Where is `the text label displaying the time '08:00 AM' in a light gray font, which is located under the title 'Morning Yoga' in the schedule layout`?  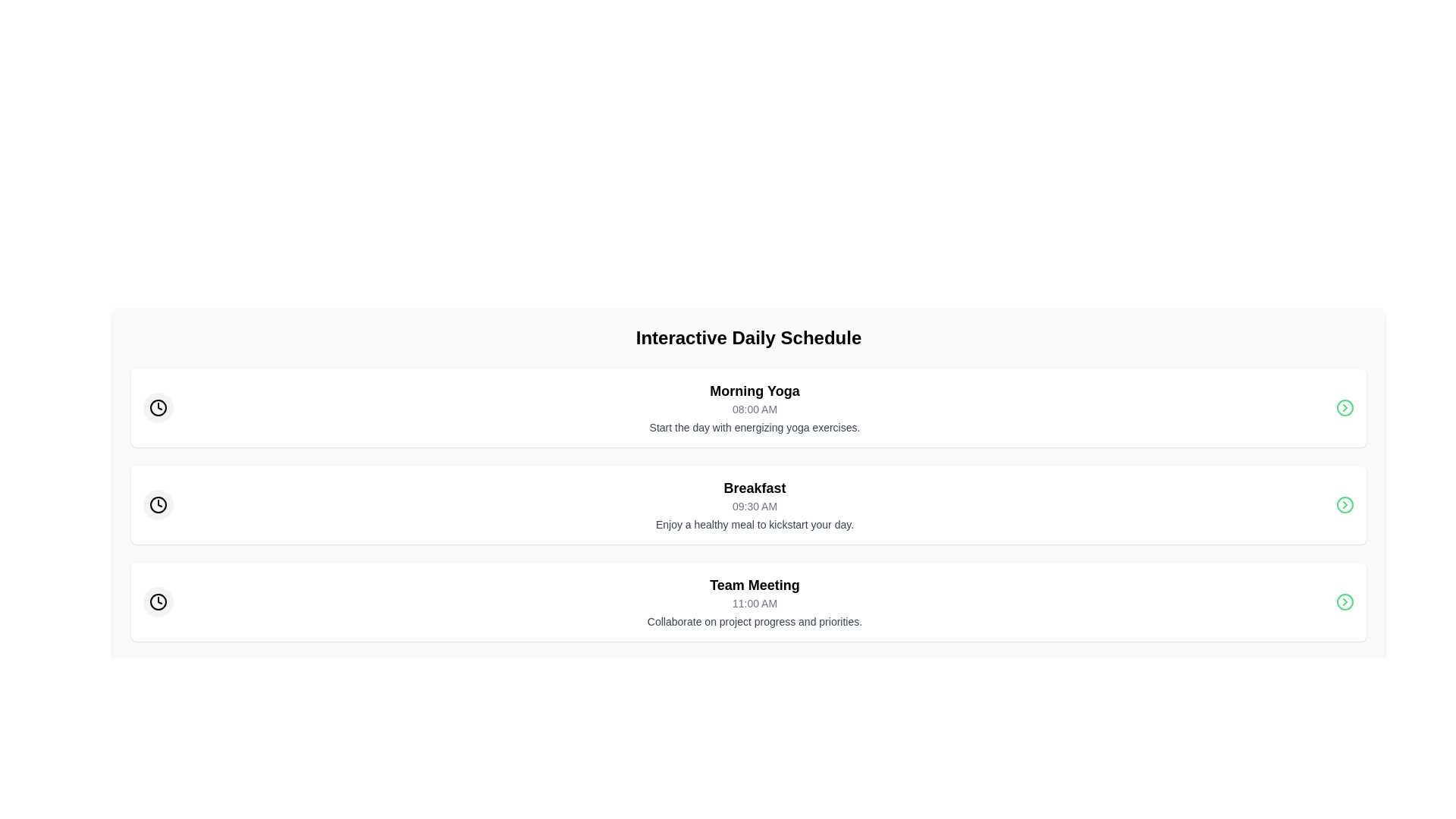 the text label displaying the time '08:00 AM' in a light gray font, which is located under the title 'Morning Yoga' in the schedule layout is located at coordinates (755, 409).